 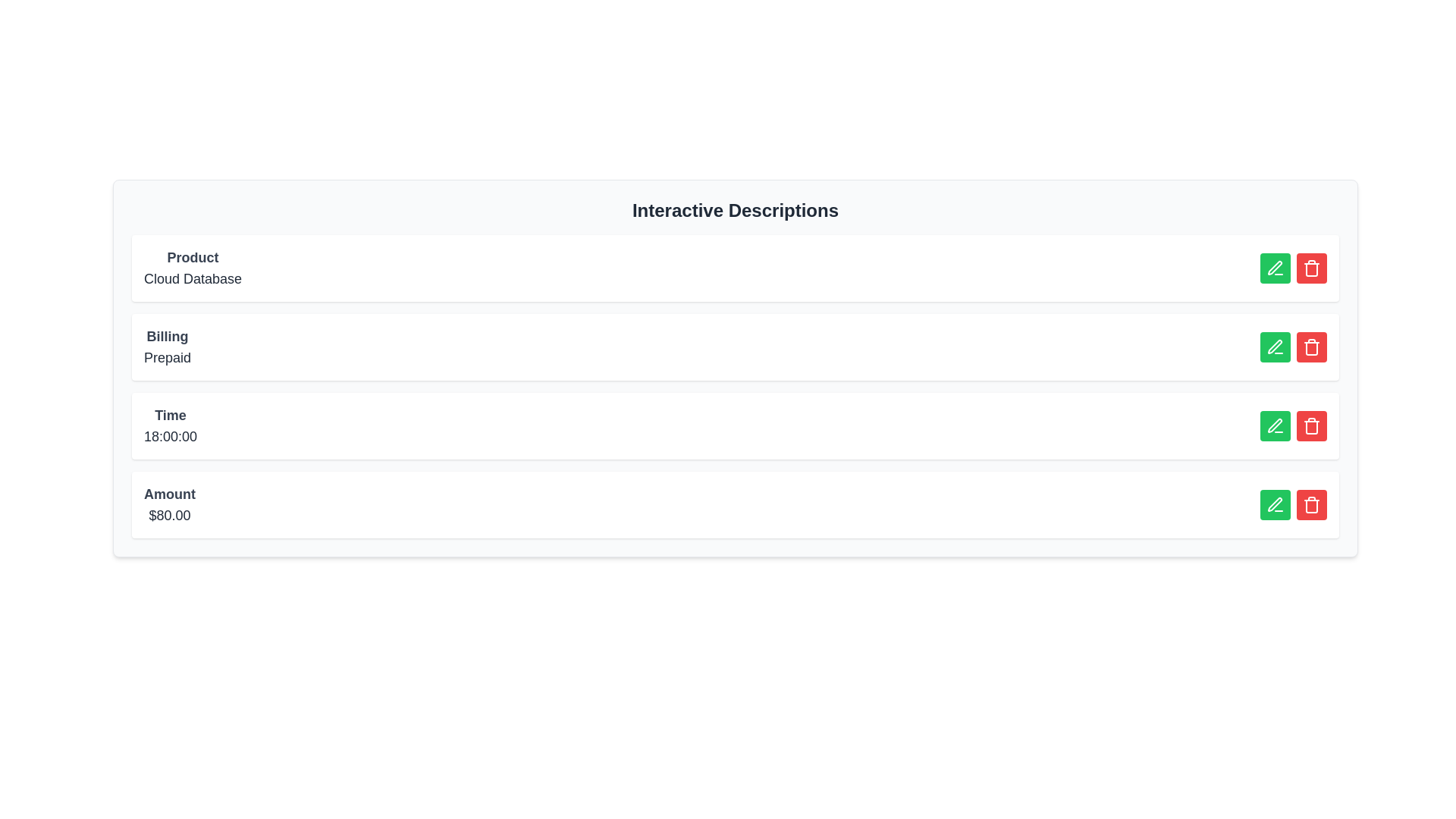 What do you see at coordinates (1274, 505) in the screenshot?
I see `the green button with a white pen icon located at the right side of the last entry in the interactive descriptions section to initiate an edit action` at bounding box center [1274, 505].